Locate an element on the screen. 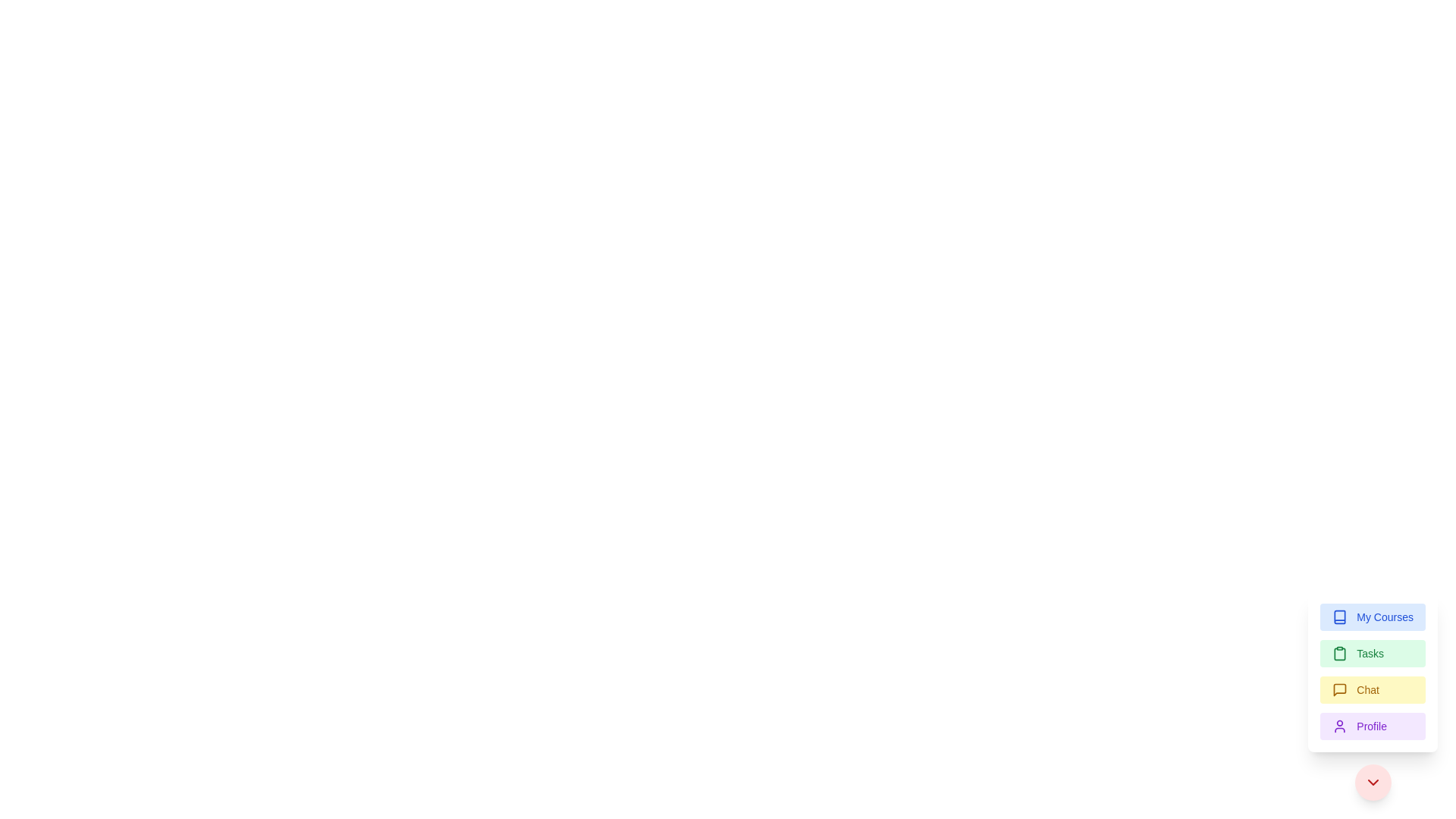  the clipboard icon located in the sidebar under the 'Tasks' label is located at coordinates (1339, 652).